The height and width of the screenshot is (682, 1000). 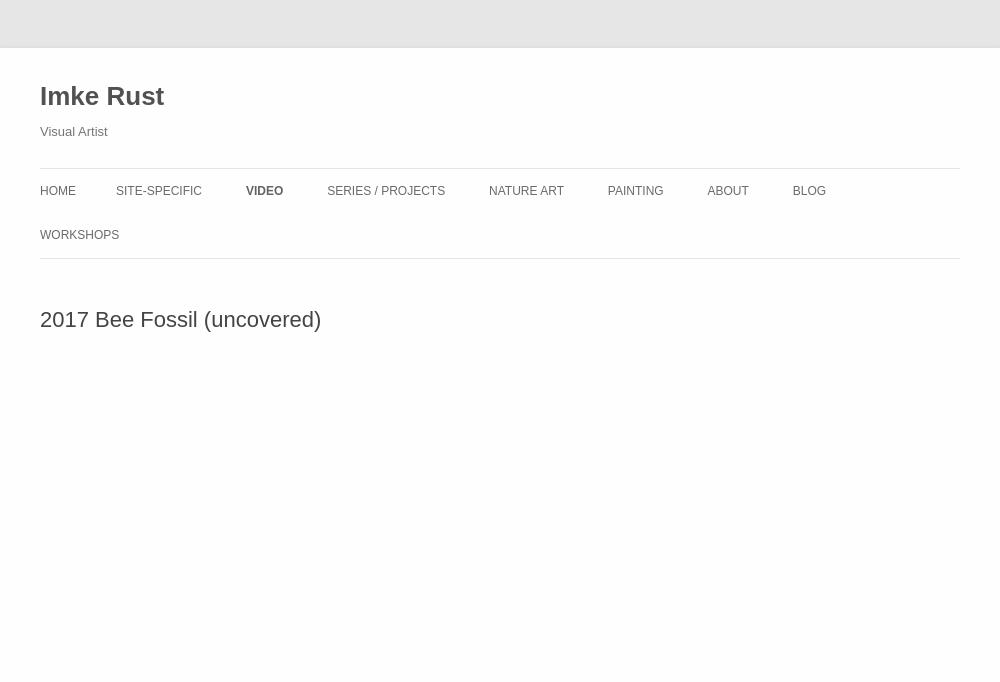 I want to click on 'Nature Art', so click(x=526, y=191).